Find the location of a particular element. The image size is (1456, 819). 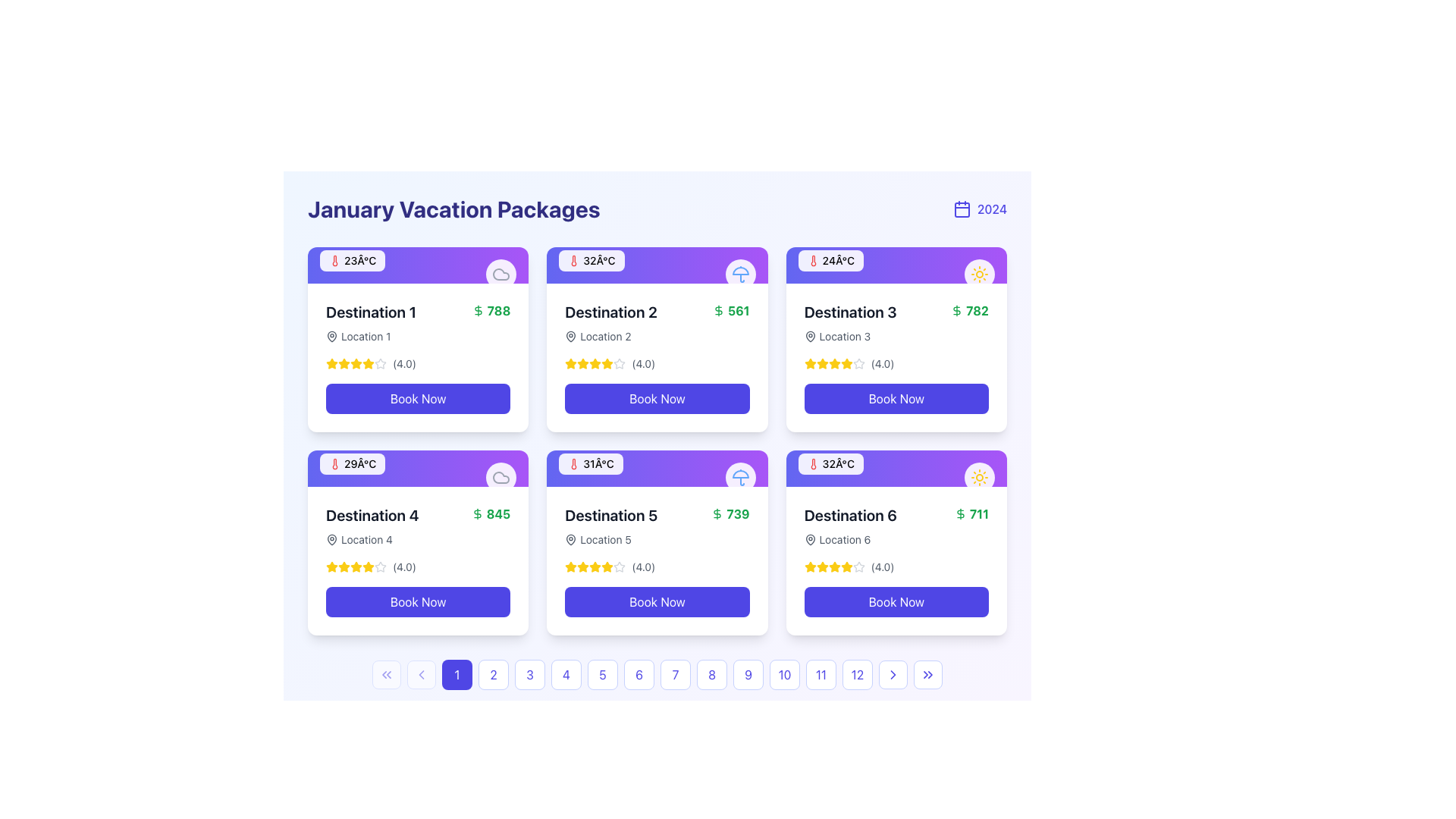

the 'Book Now' button on the Information card displaying details for 'Destination 6', located in the lower-right corner of the grid layout is located at coordinates (896, 561).